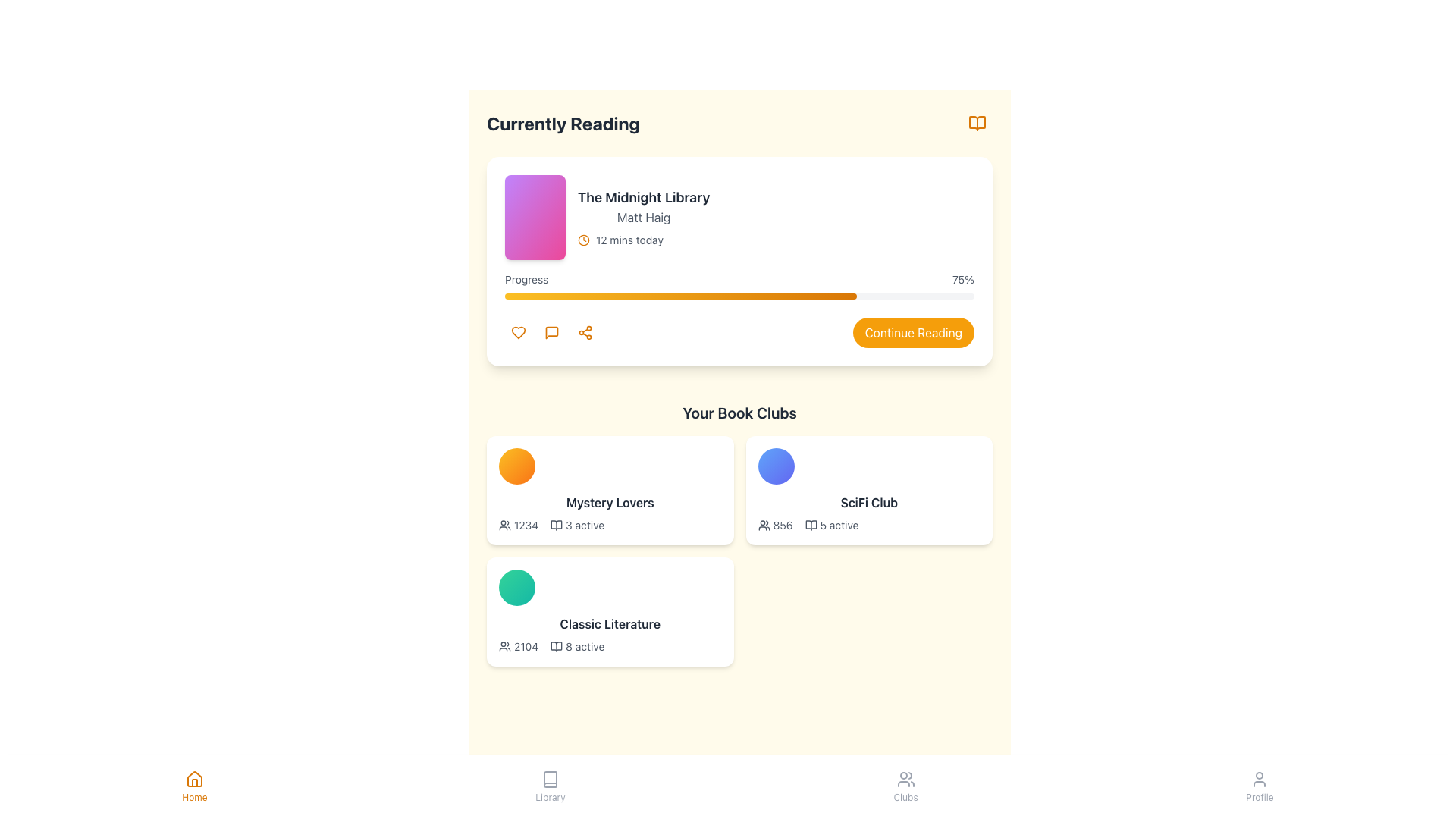  Describe the element at coordinates (644, 197) in the screenshot. I see `the Text label that serves as a title for the associated reading content, positioned at the top of the 'Currently Reading' section` at that location.